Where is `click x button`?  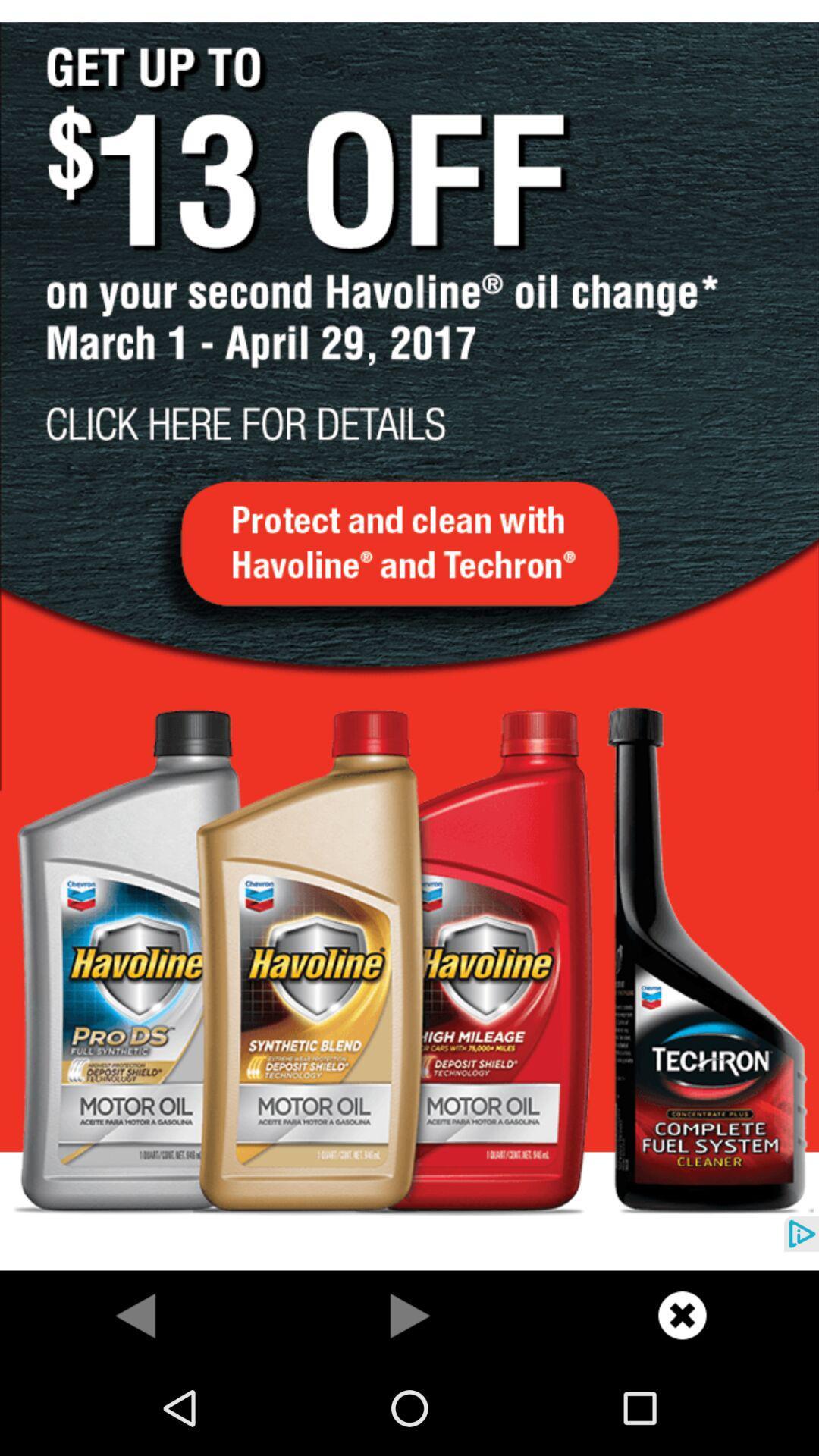
click x button is located at coordinates (681, 1314).